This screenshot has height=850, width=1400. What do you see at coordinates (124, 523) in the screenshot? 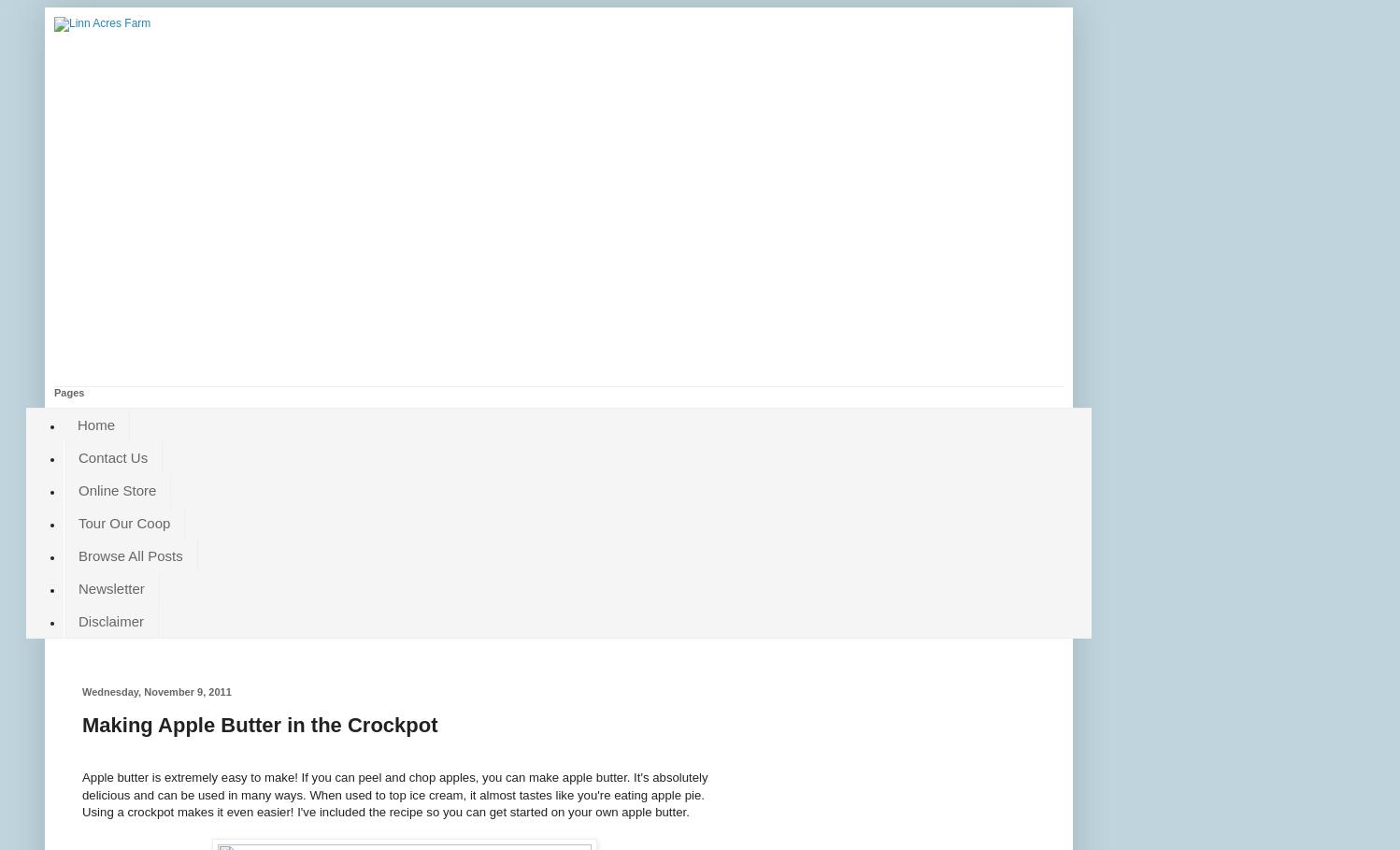
I see `'Tour Our Coop'` at bounding box center [124, 523].